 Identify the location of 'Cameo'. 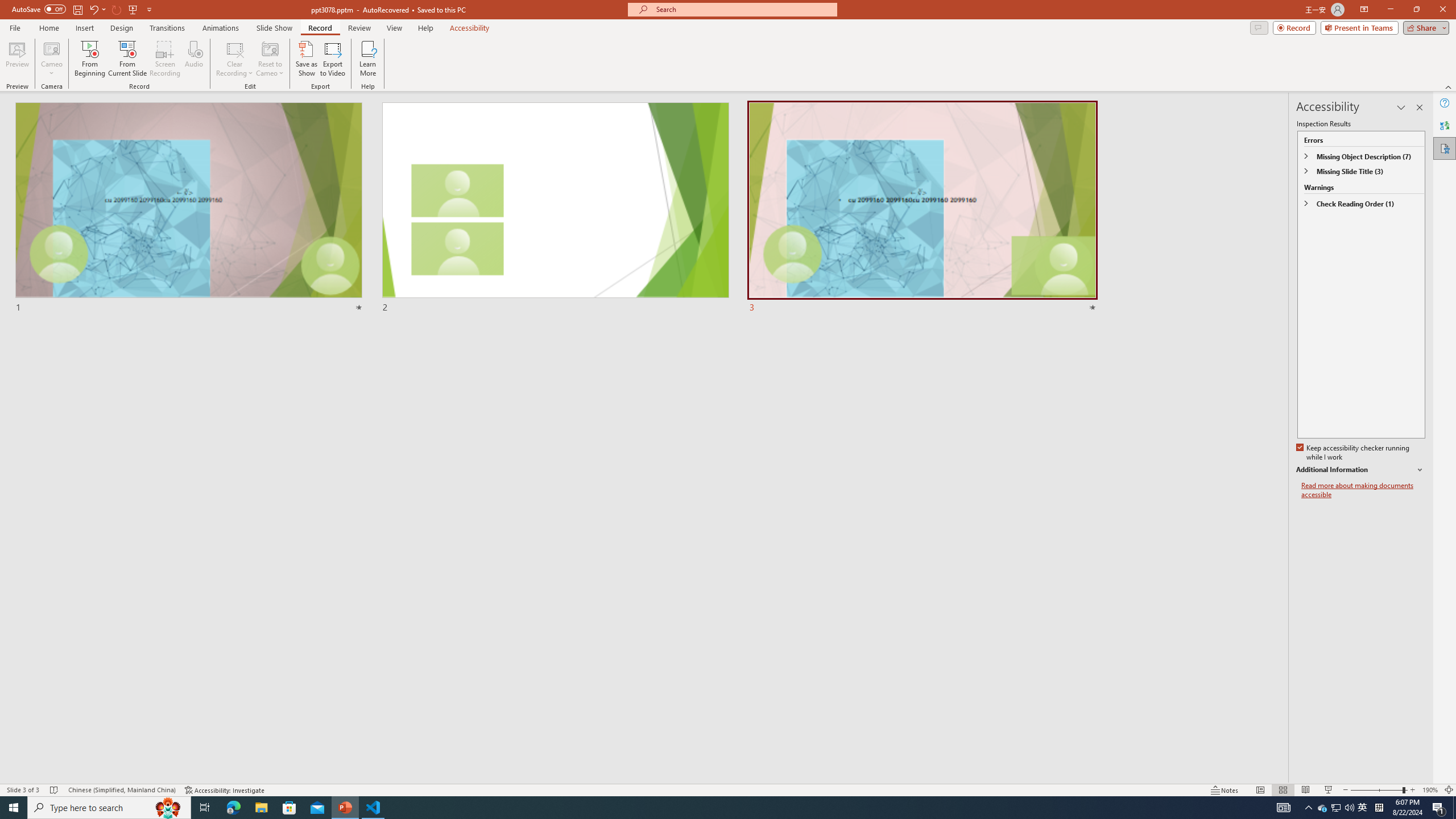
(51, 59).